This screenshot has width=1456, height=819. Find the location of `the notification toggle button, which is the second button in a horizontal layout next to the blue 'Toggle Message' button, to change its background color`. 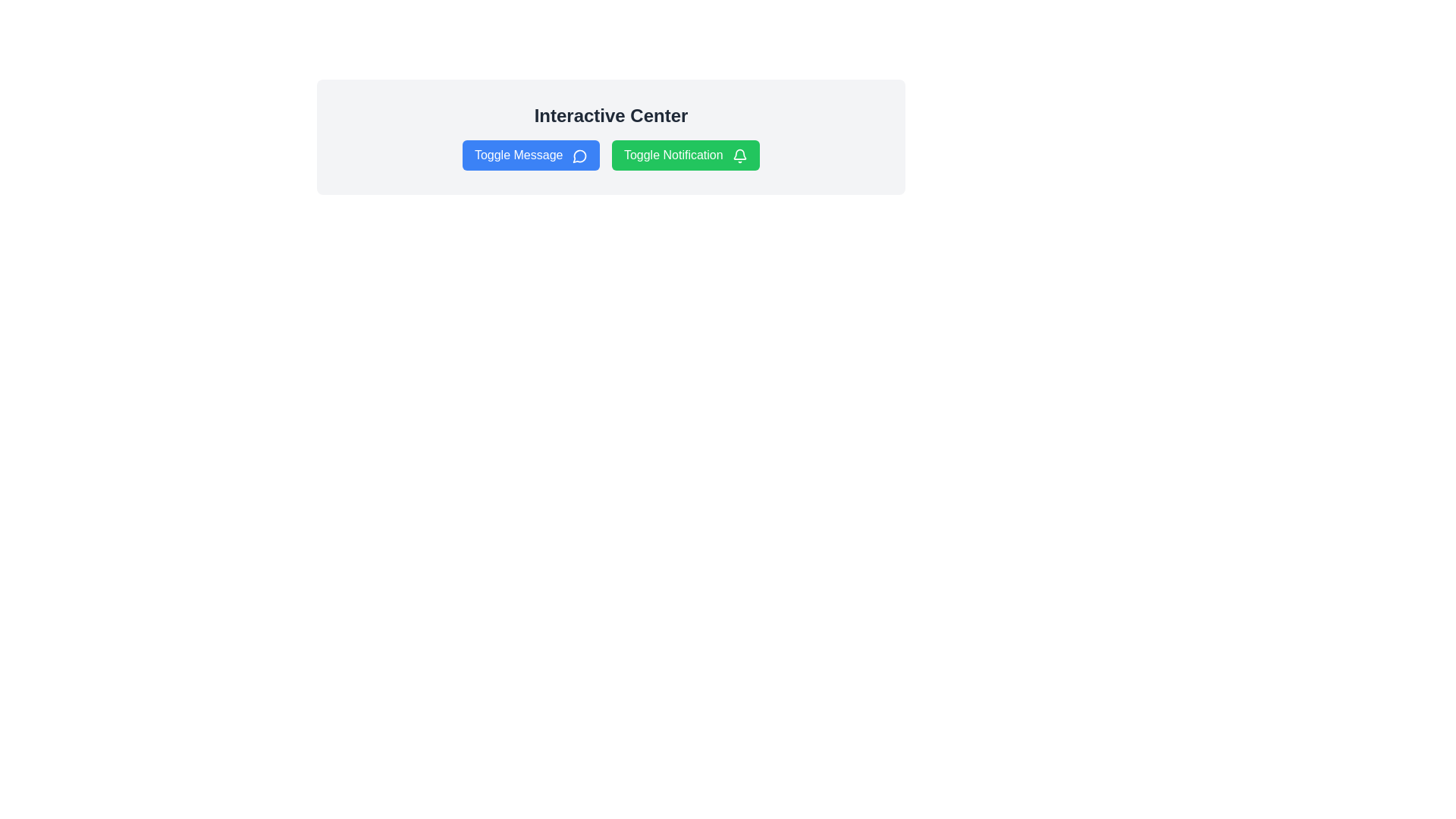

the notification toggle button, which is the second button in a horizontal layout next to the blue 'Toggle Message' button, to change its background color is located at coordinates (685, 155).